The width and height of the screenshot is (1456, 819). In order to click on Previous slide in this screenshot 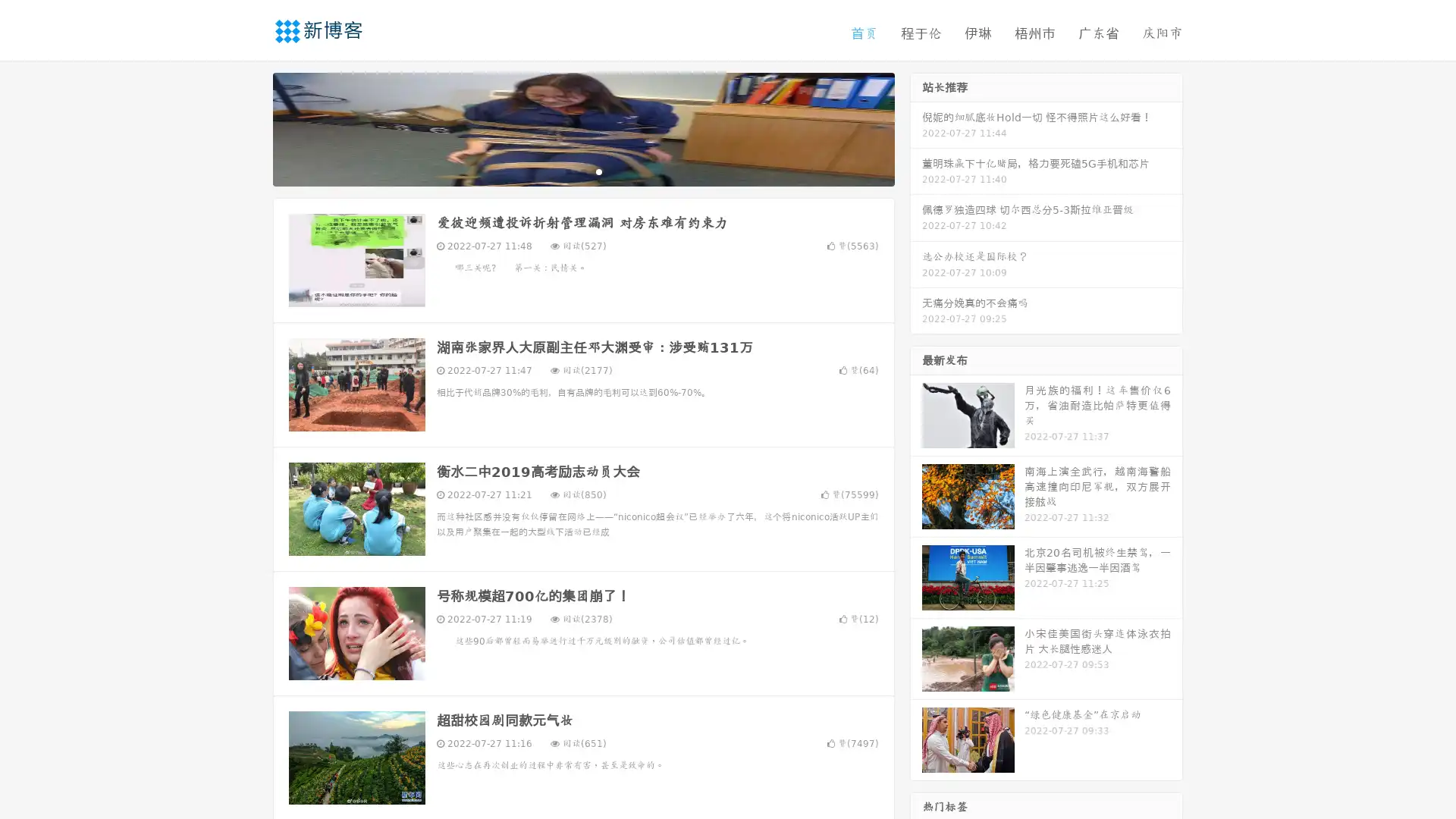, I will do `click(250, 127)`.